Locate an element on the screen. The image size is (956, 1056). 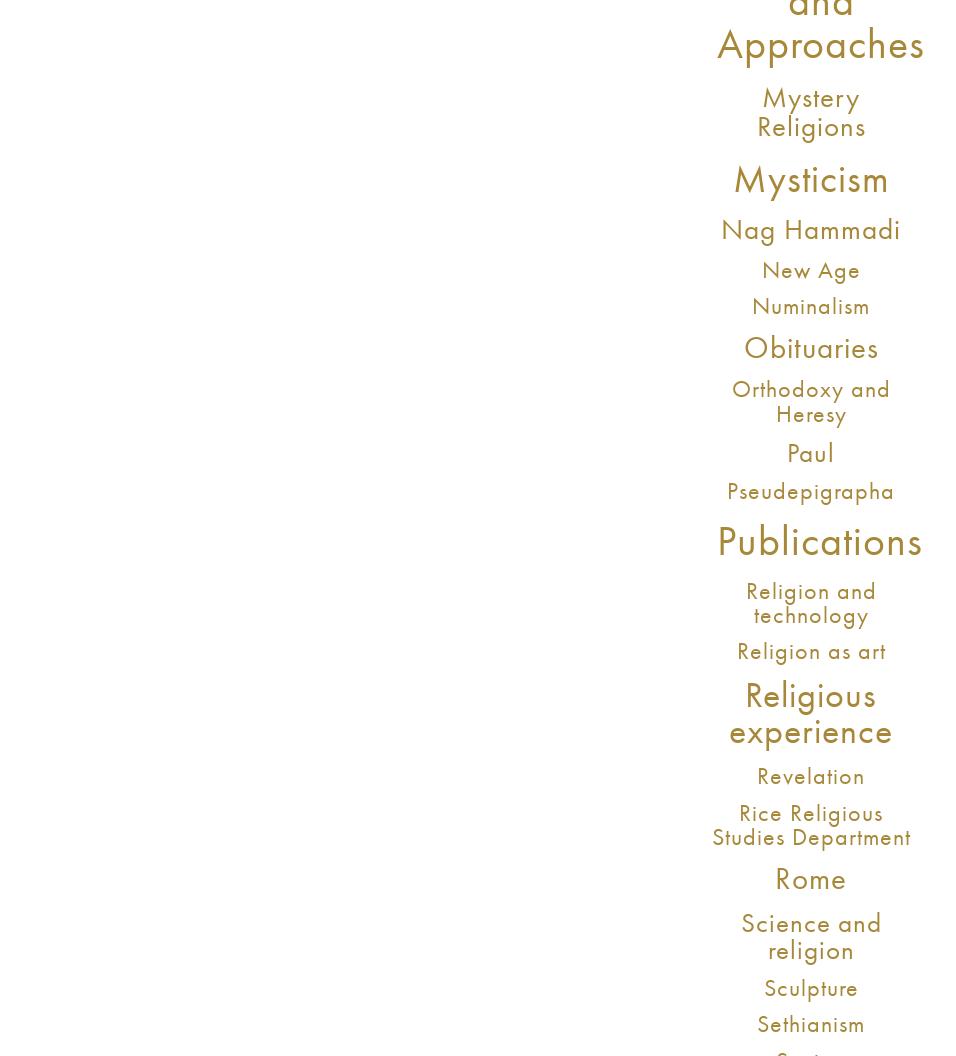
'Rome' is located at coordinates (809, 876).